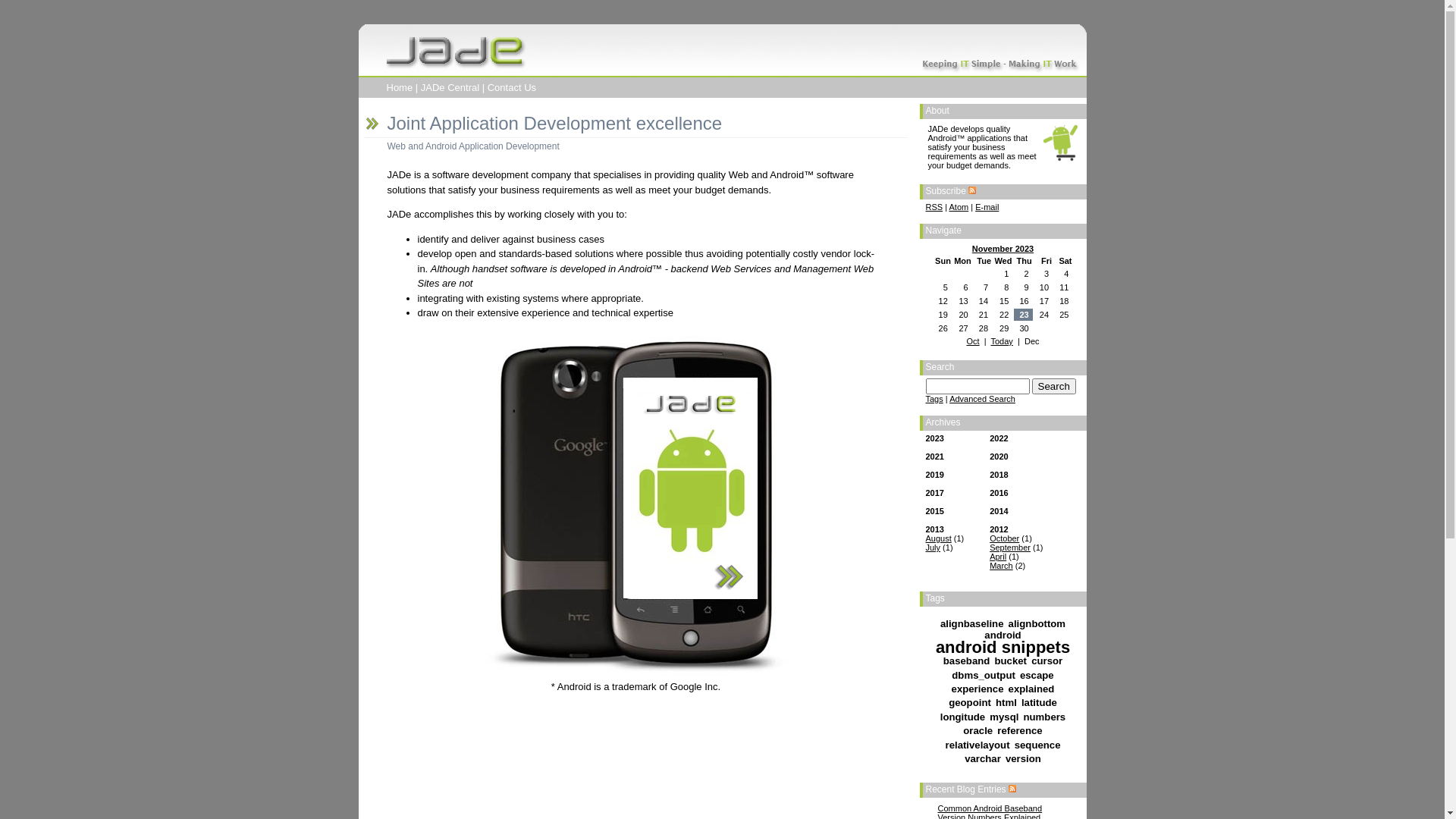  What do you see at coordinates (1031, 689) in the screenshot?
I see `'explained'` at bounding box center [1031, 689].